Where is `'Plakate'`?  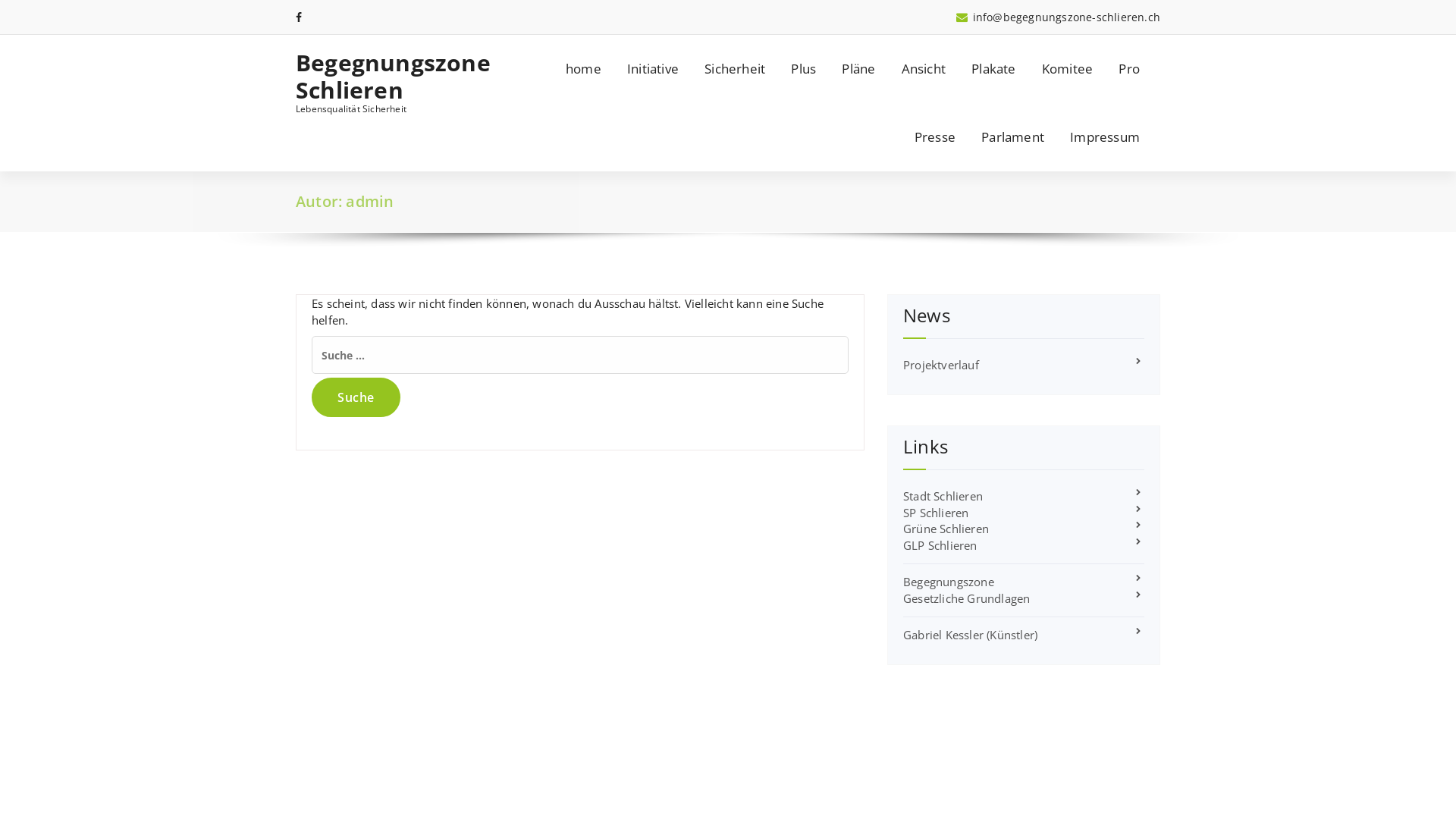 'Plakate' is located at coordinates (993, 69).